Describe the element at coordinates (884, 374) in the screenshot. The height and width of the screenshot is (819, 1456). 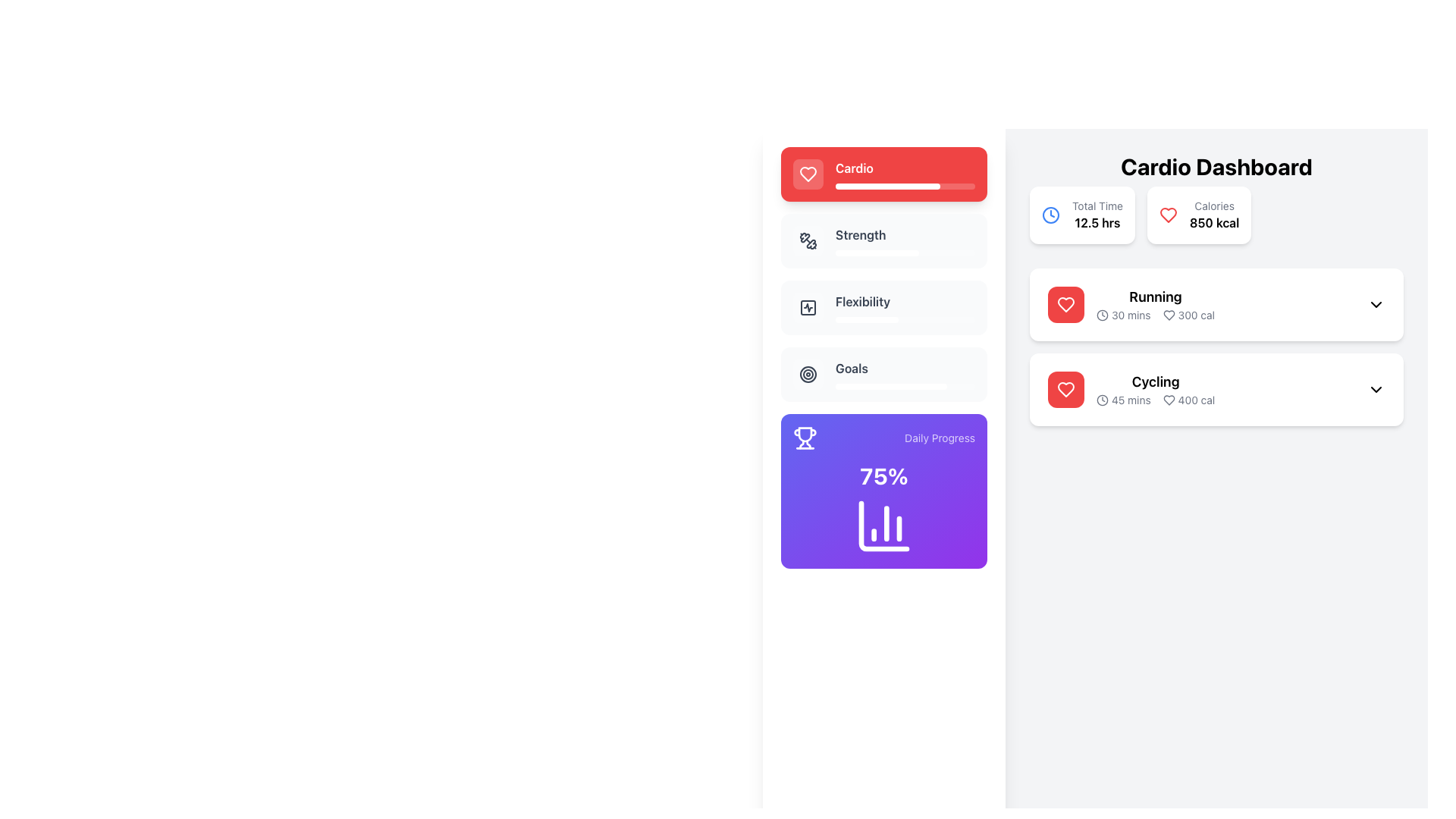
I see `the 'Goals' button in the left-hand side panel` at that location.